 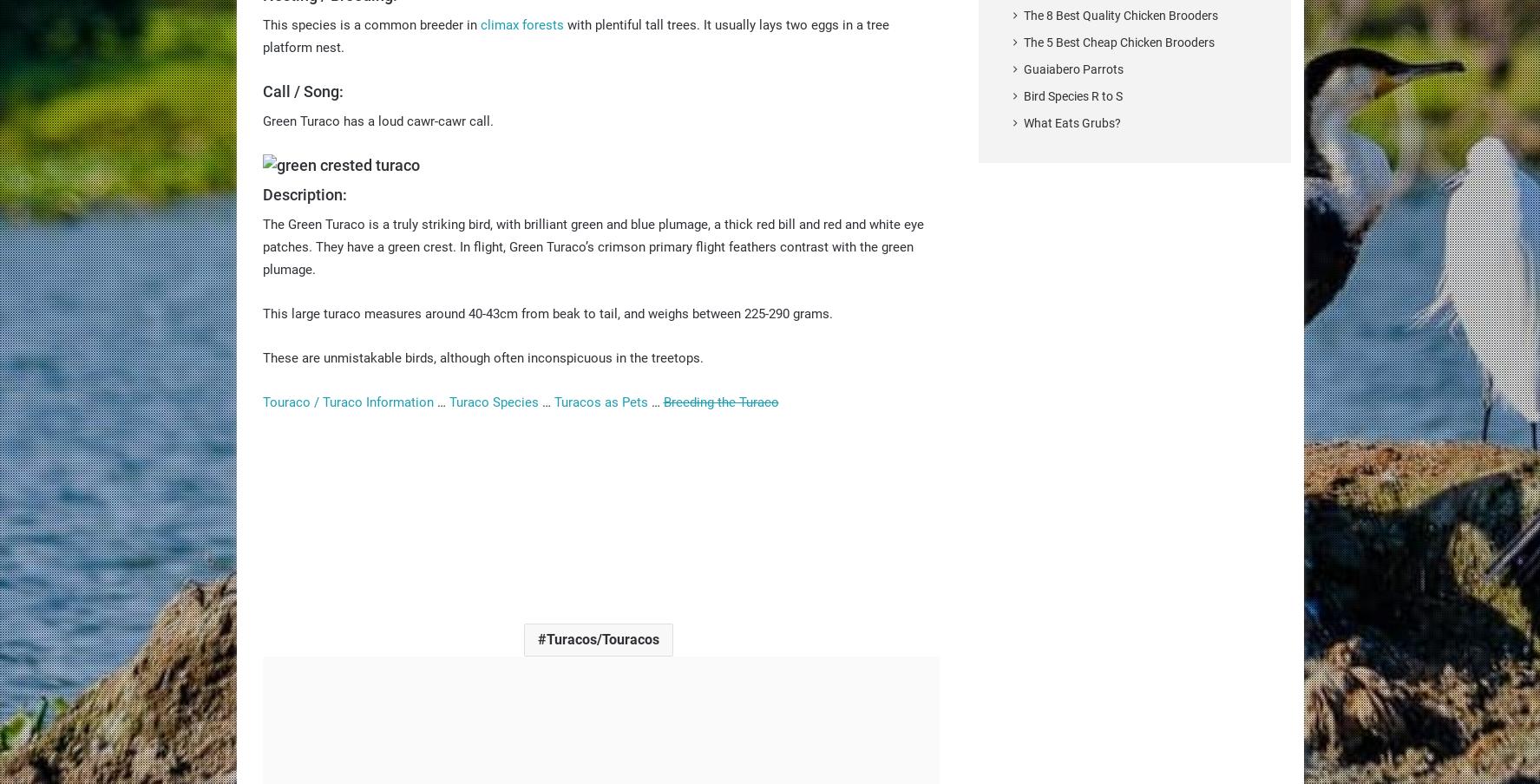 What do you see at coordinates (377, 120) in the screenshot?
I see `'Green Turaco has a loud cawr-cawr call.'` at bounding box center [377, 120].